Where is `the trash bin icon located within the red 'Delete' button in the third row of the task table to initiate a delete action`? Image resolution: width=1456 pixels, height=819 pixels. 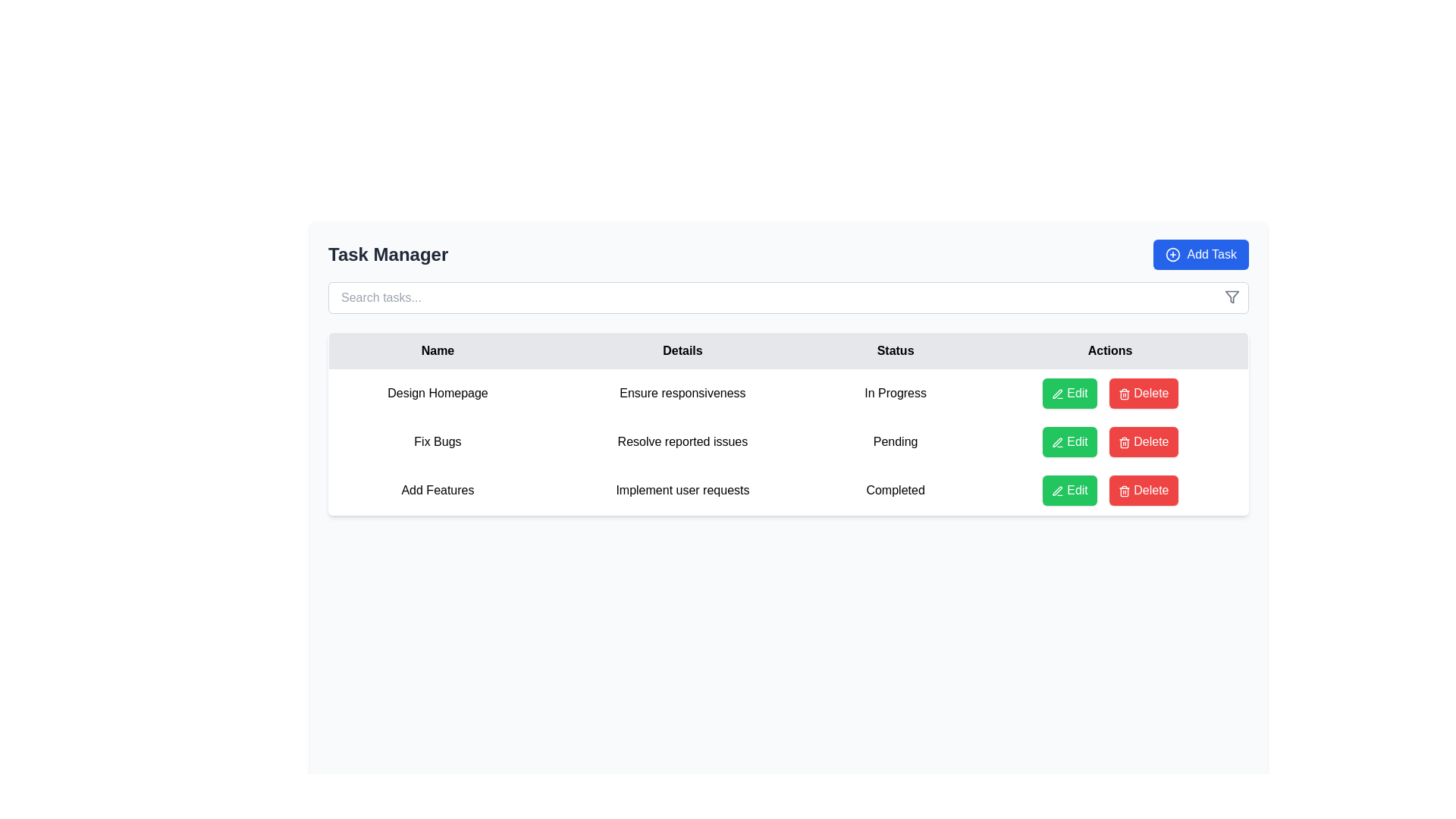 the trash bin icon located within the red 'Delete' button in the third row of the task table to initiate a delete action is located at coordinates (1124, 393).